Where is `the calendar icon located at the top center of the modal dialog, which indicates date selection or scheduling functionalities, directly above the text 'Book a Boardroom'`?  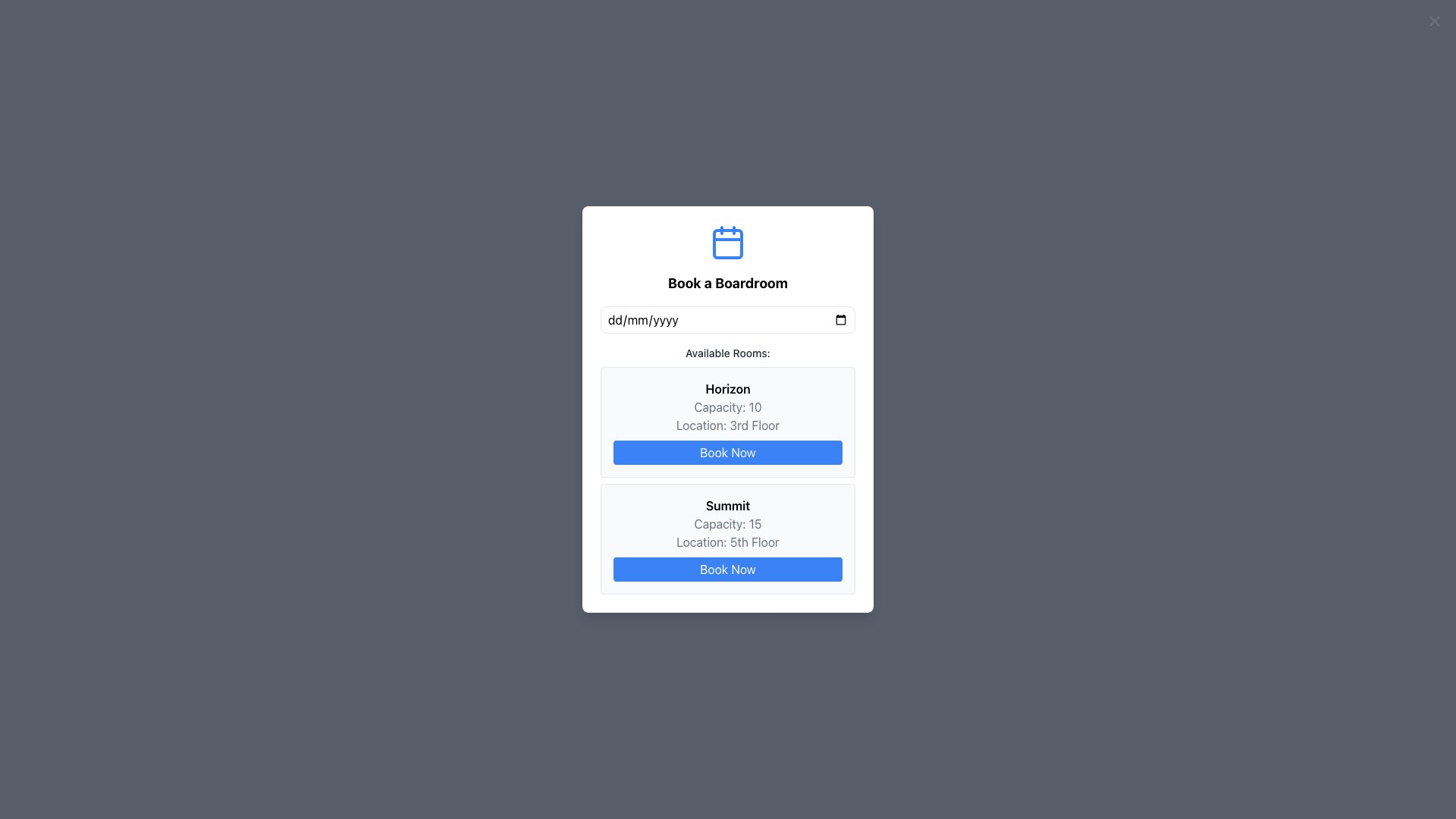
the calendar icon located at the top center of the modal dialog, which indicates date selection or scheduling functionalities, directly above the text 'Book a Boardroom' is located at coordinates (728, 242).